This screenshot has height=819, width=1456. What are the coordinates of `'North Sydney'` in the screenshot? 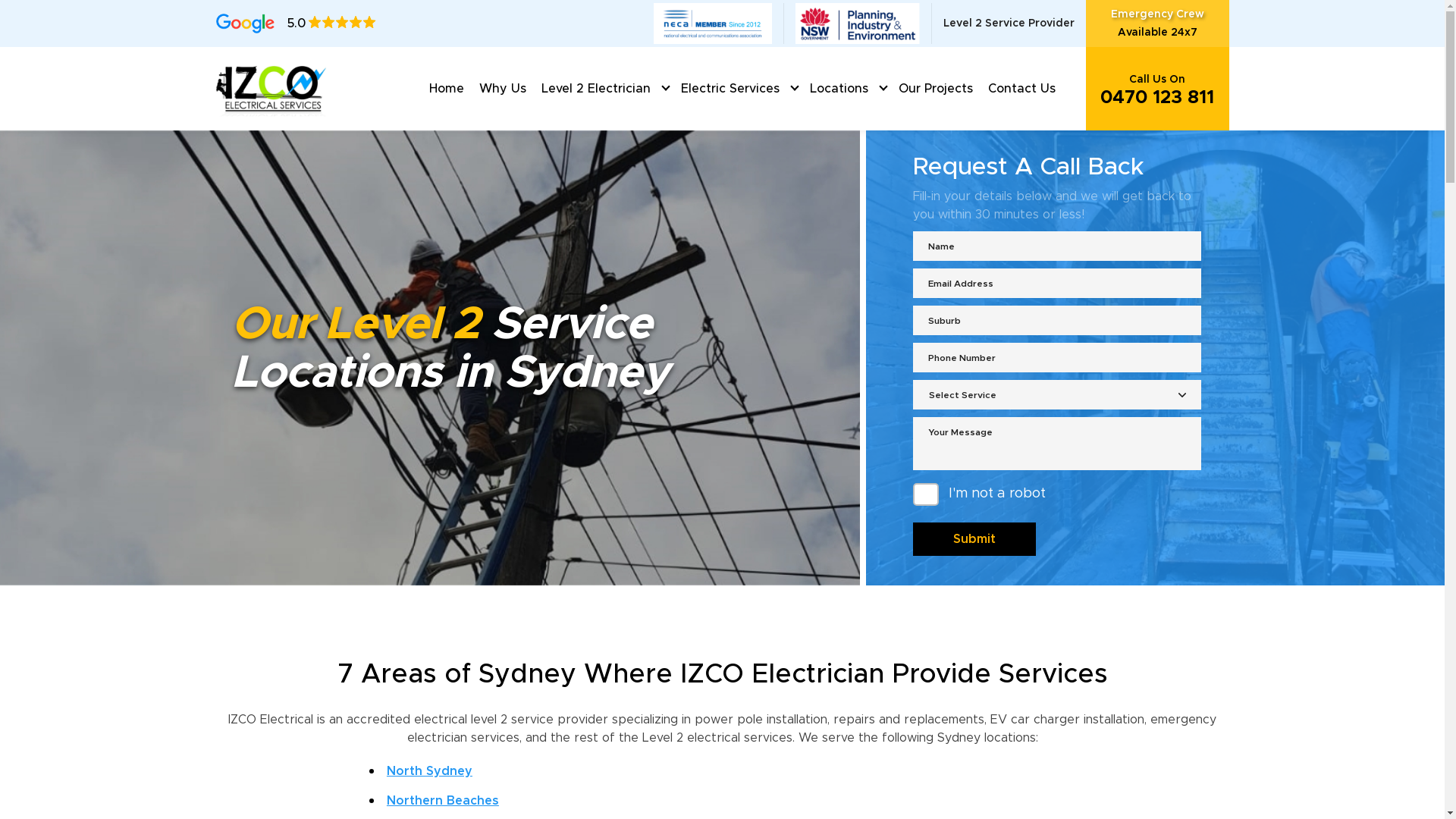 It's located at (428, 771).